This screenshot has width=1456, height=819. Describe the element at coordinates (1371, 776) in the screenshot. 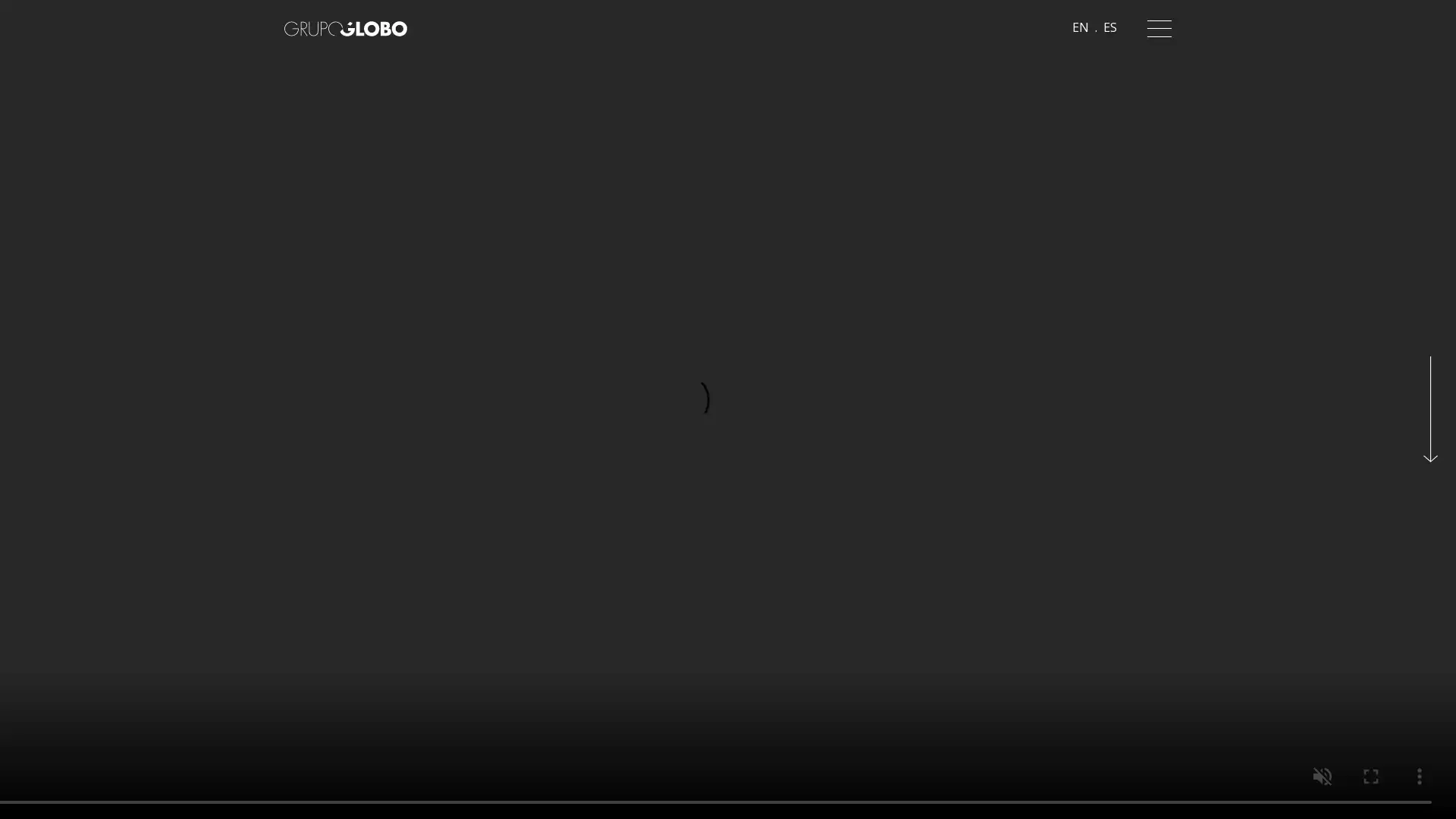

I see `enter full screen` at that location.